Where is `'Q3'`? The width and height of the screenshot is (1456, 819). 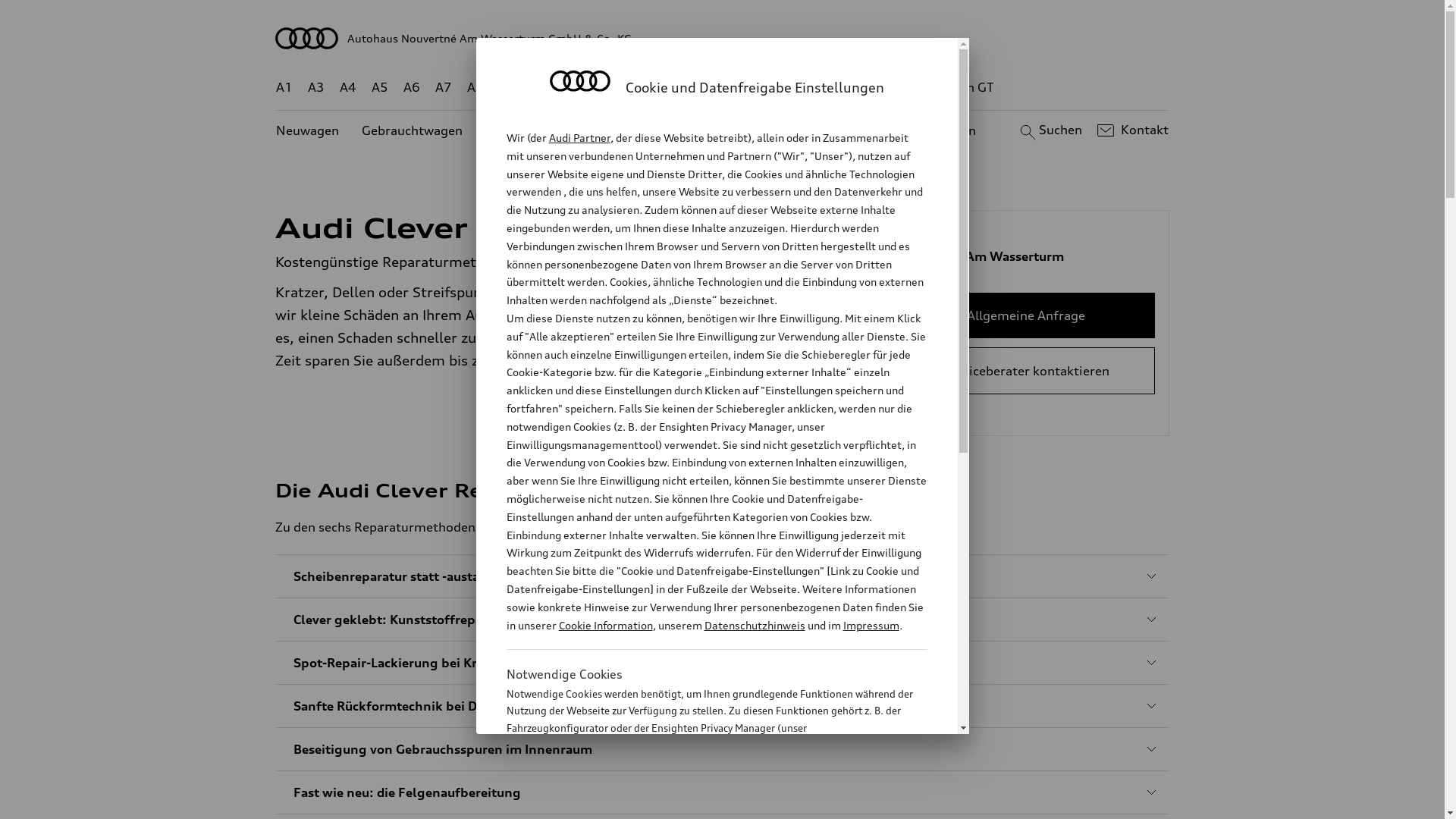
'Q3' is located at coordinates (540, 87).